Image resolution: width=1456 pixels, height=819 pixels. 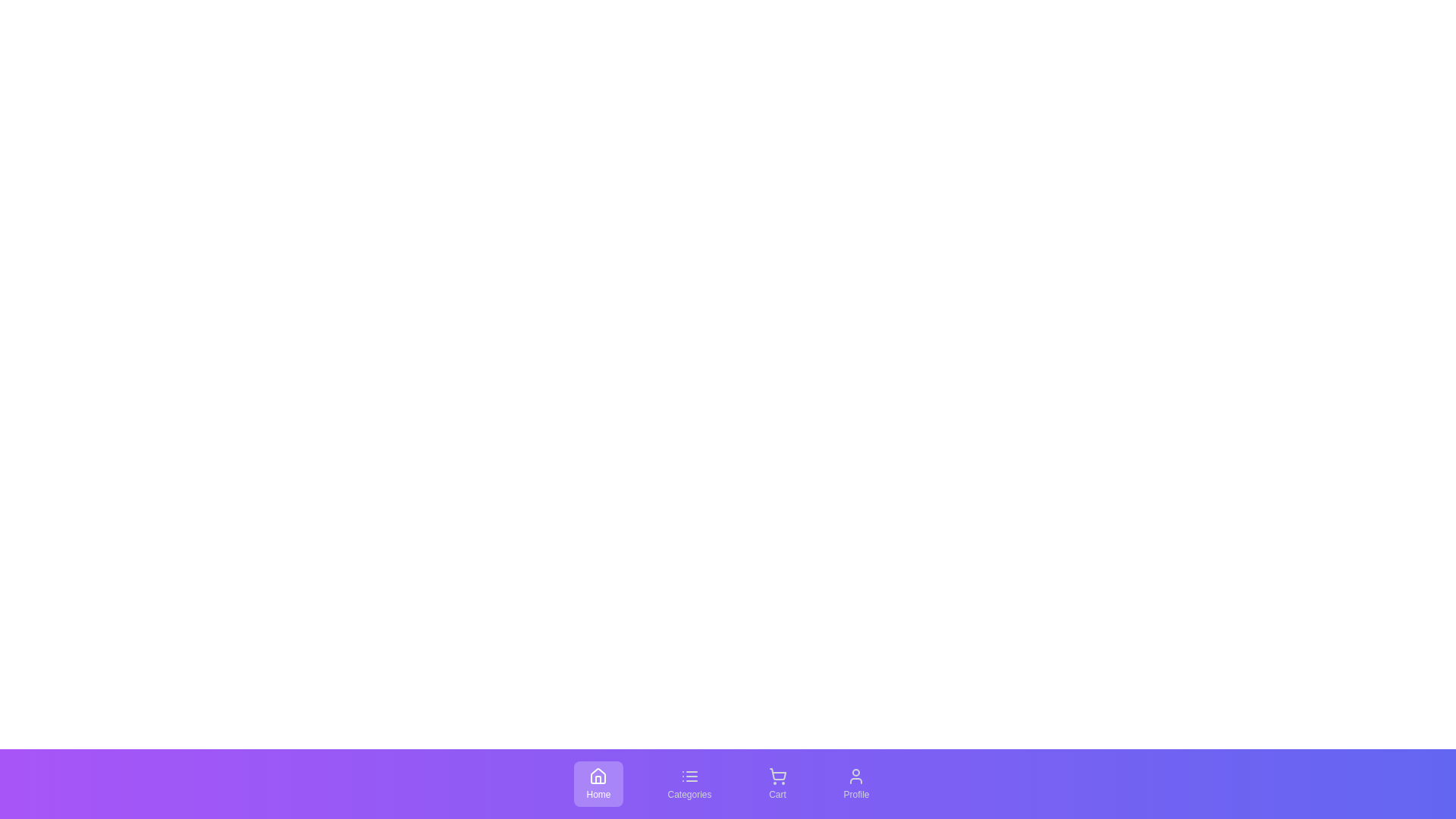 What do you see at coordinates (689, 783) in the screenshot?
I see `the tab corresponding to Categories` at bounding box center [689, 783].